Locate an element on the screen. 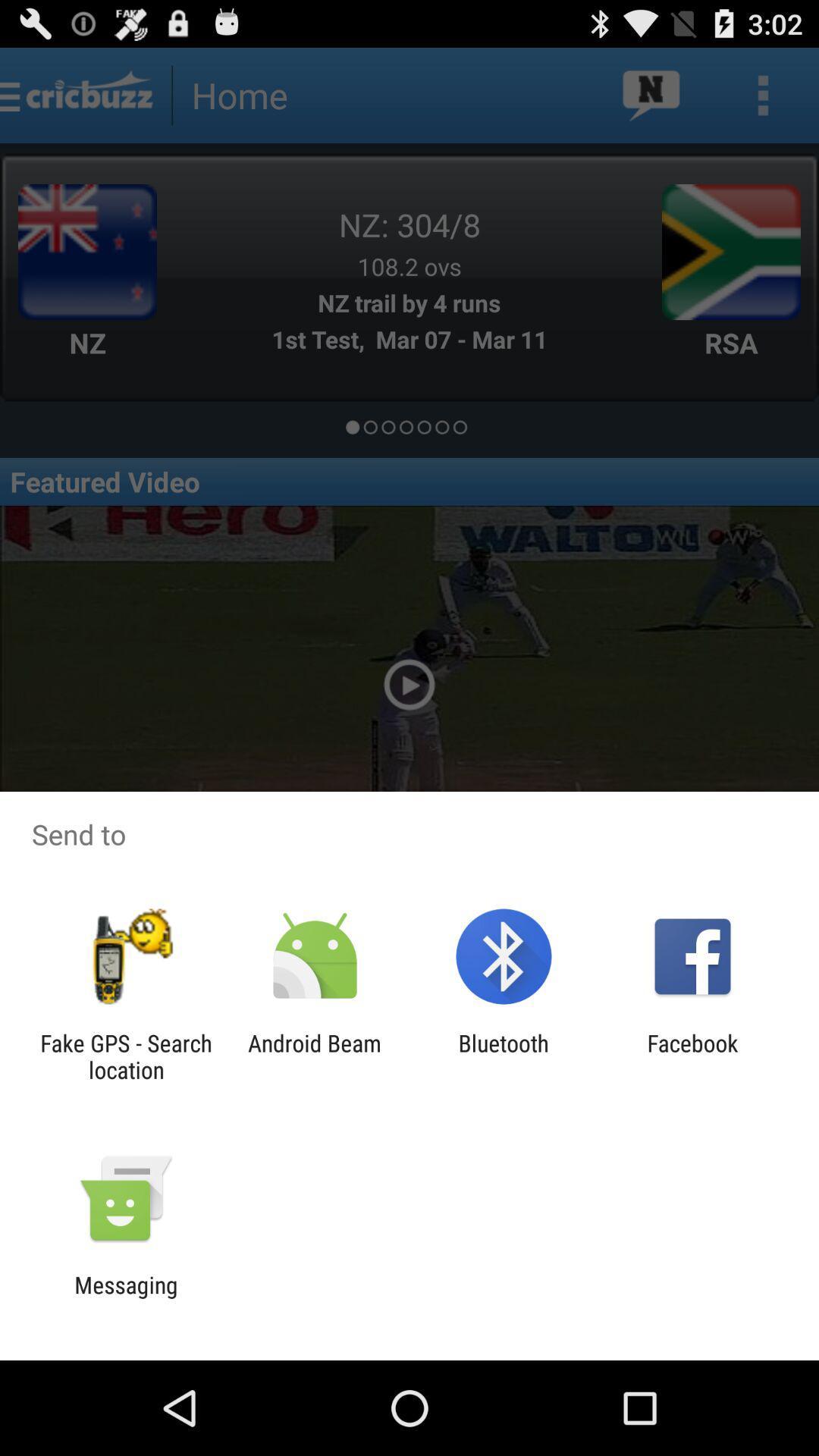  item to the right of the android beam is located at coordinates (504, 1056).